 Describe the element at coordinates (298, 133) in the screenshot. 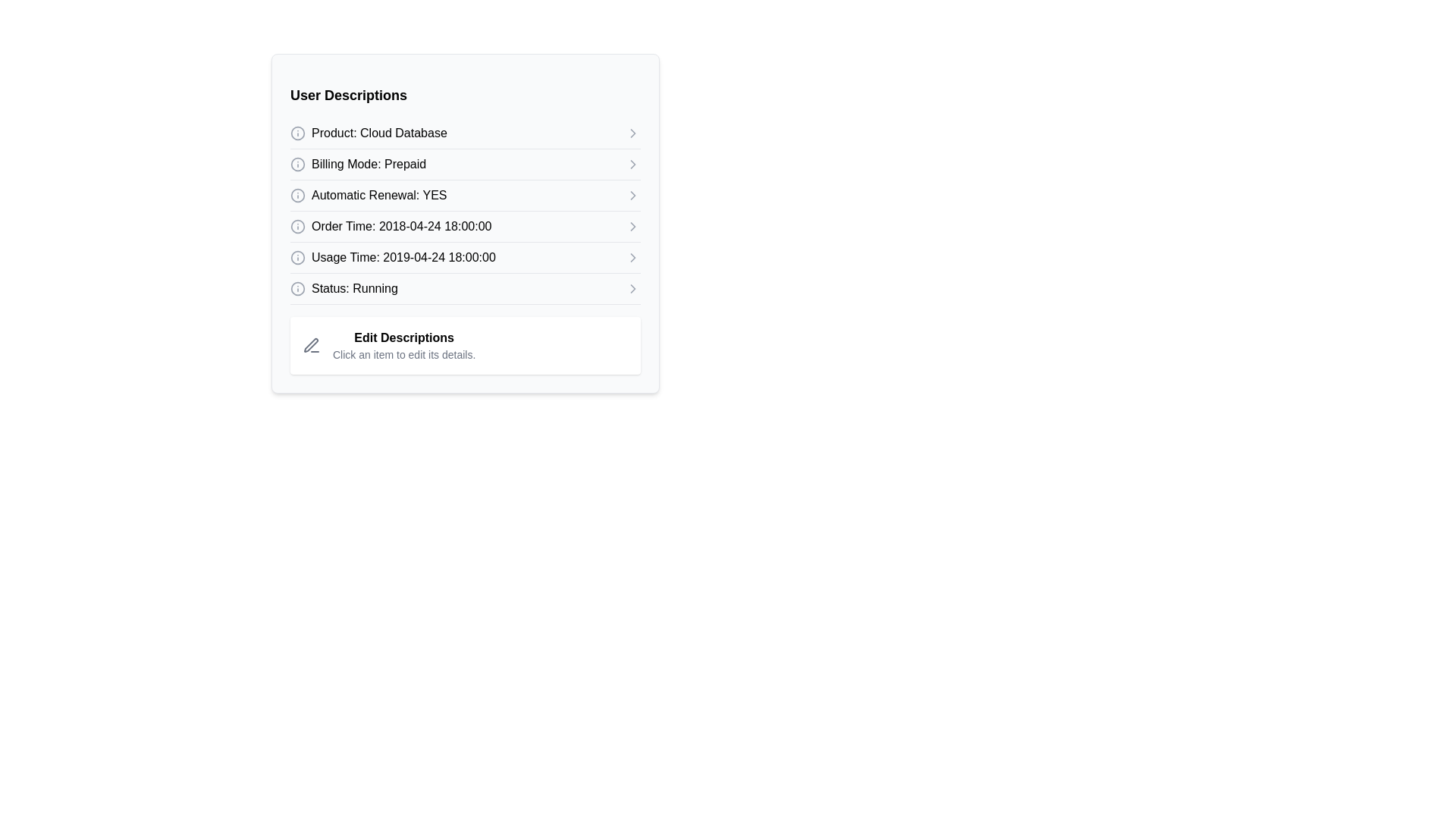

I see `the gray circular shape within the SVG icon, which is positioned above the 'Product: Cloud Database' text` at that location.